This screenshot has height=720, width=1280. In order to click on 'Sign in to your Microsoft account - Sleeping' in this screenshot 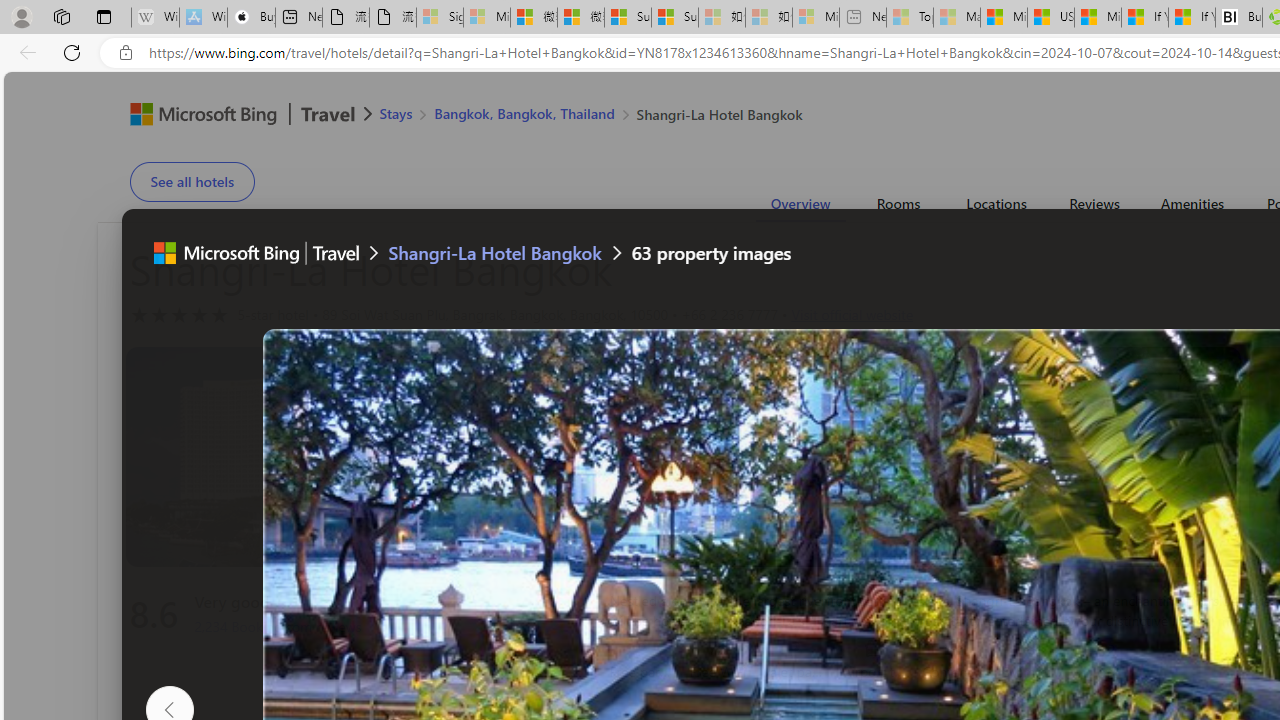, I will do `click(439, 17)`.